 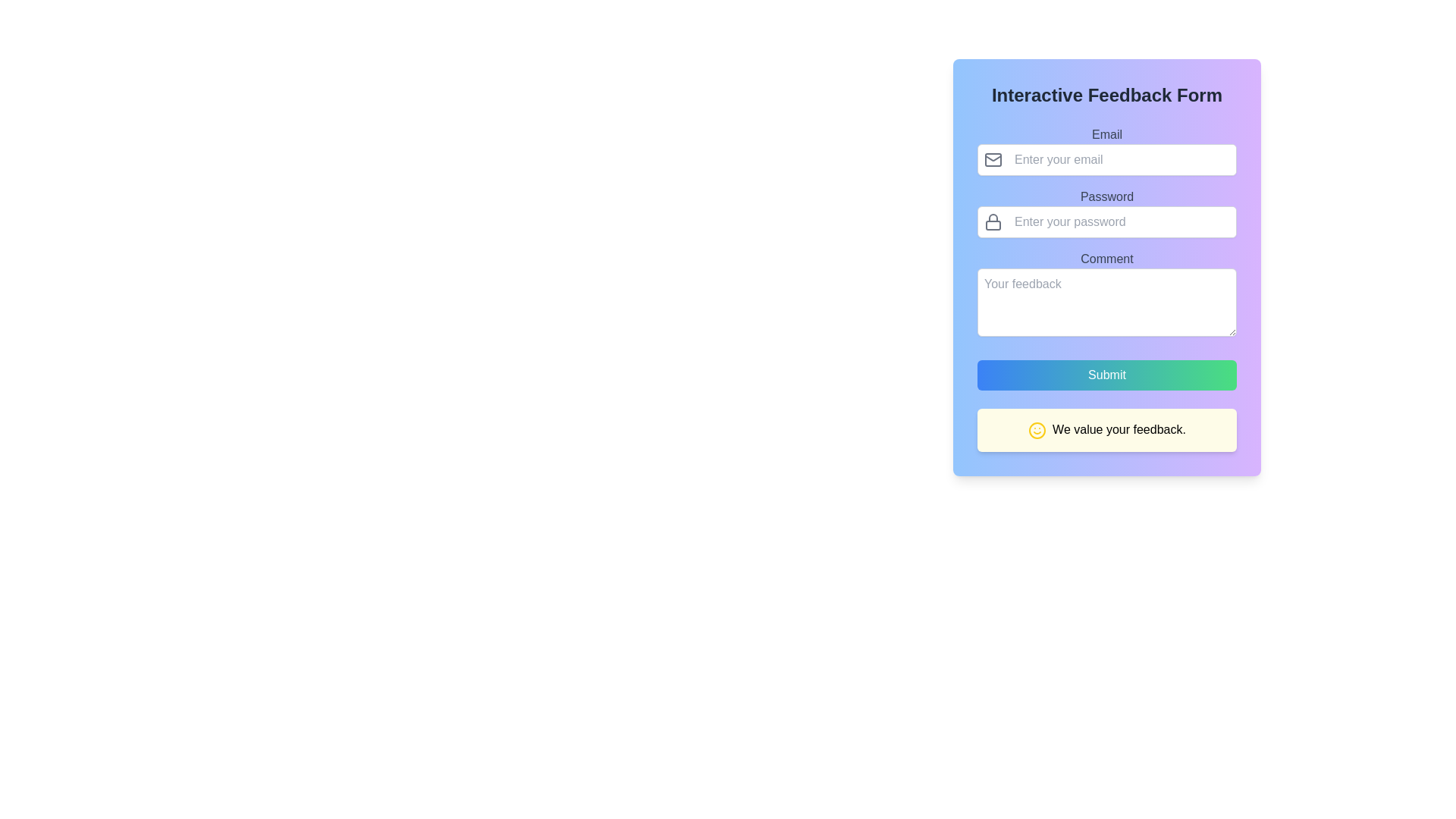 What do you see at coordinates (1106, 259) in the screenshot?
I see `the text label displaying 'Comment' in dark gray color, which is positioned above the 'Your feedback' multi-line text input field` at bounding box center [1106, 259].